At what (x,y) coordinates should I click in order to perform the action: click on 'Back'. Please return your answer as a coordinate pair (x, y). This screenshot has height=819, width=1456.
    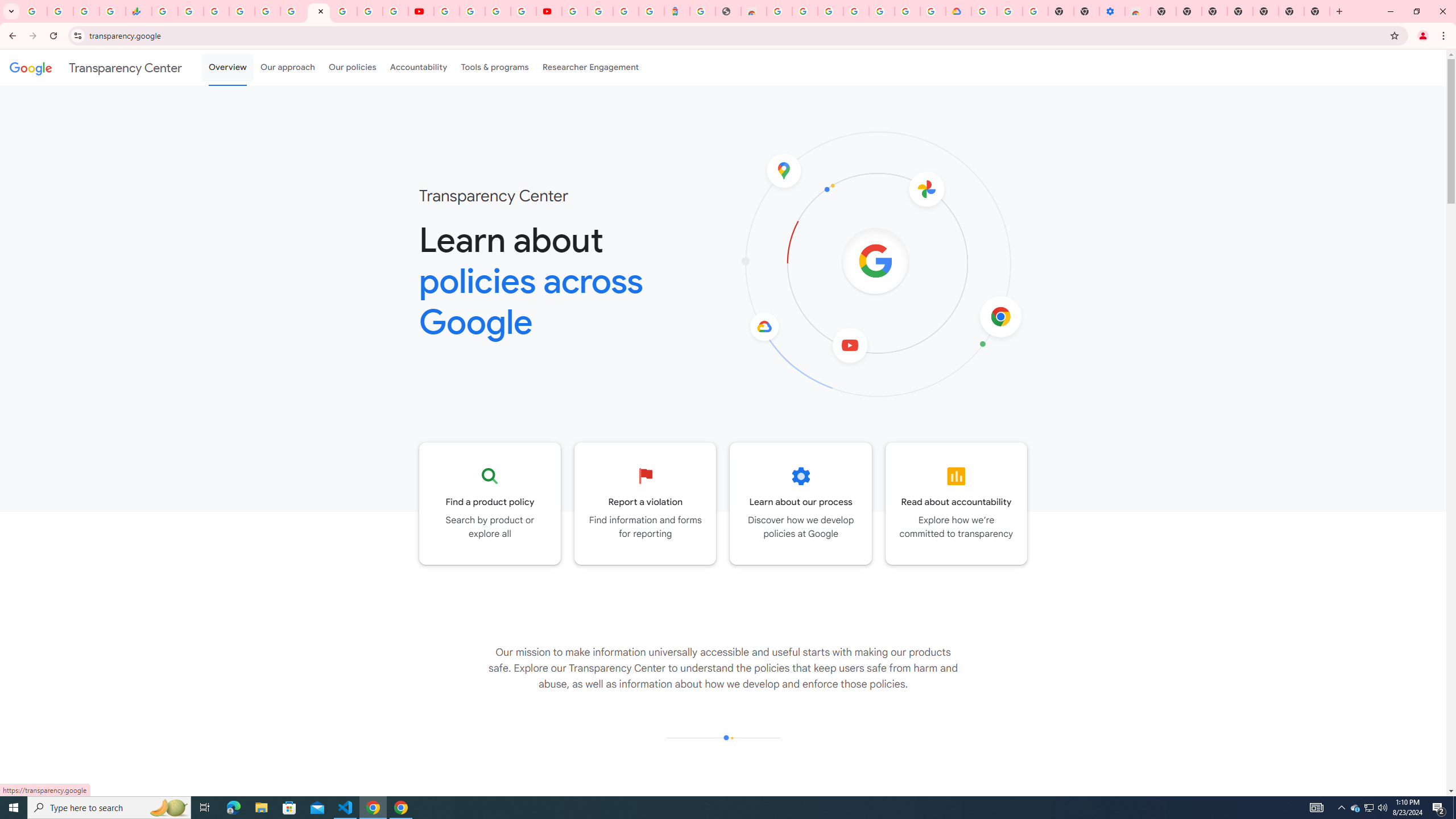
    Looking at the image, I should click on (11, 35).